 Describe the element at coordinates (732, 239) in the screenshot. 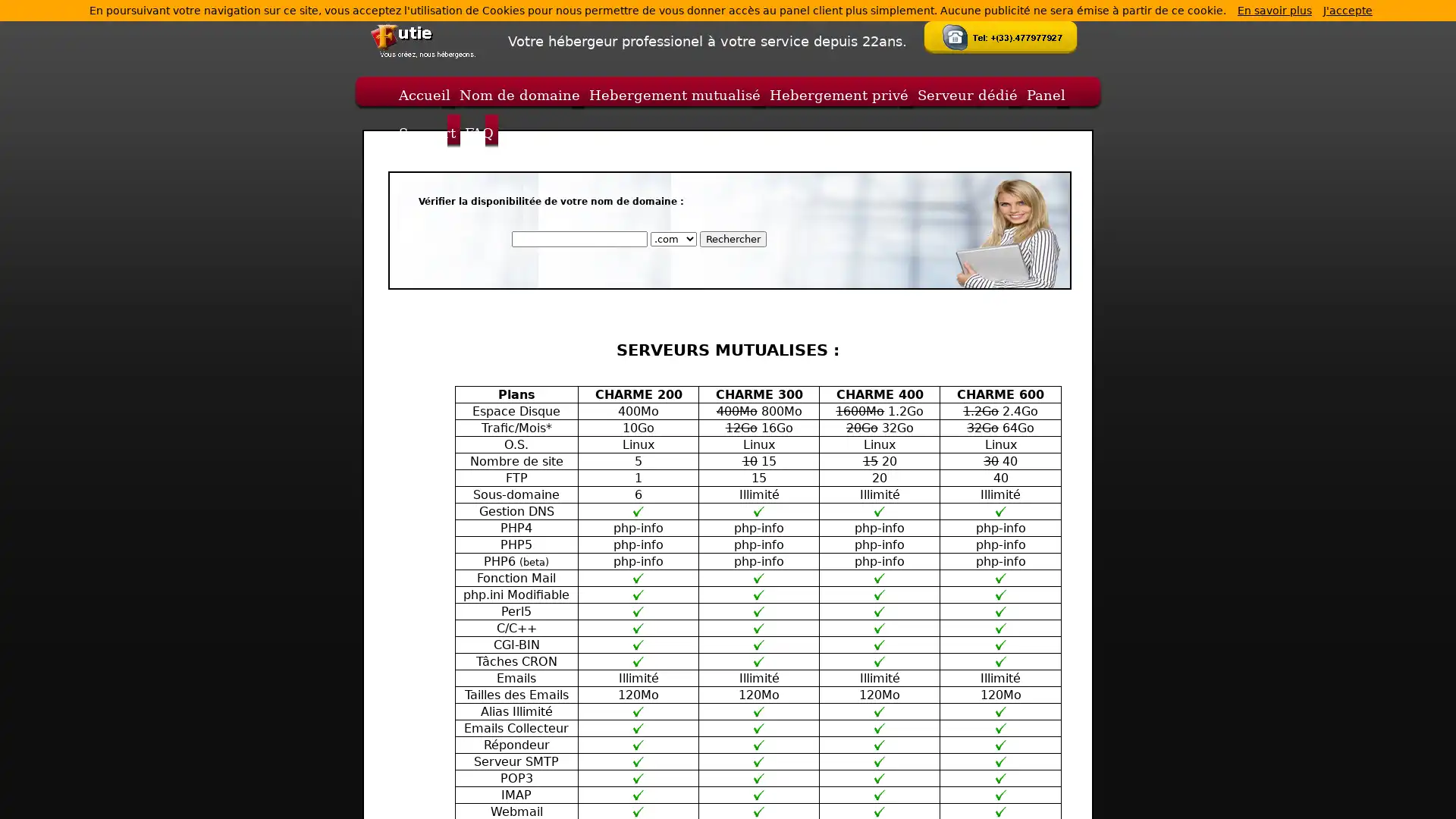

I see `Rechercher` at that location.